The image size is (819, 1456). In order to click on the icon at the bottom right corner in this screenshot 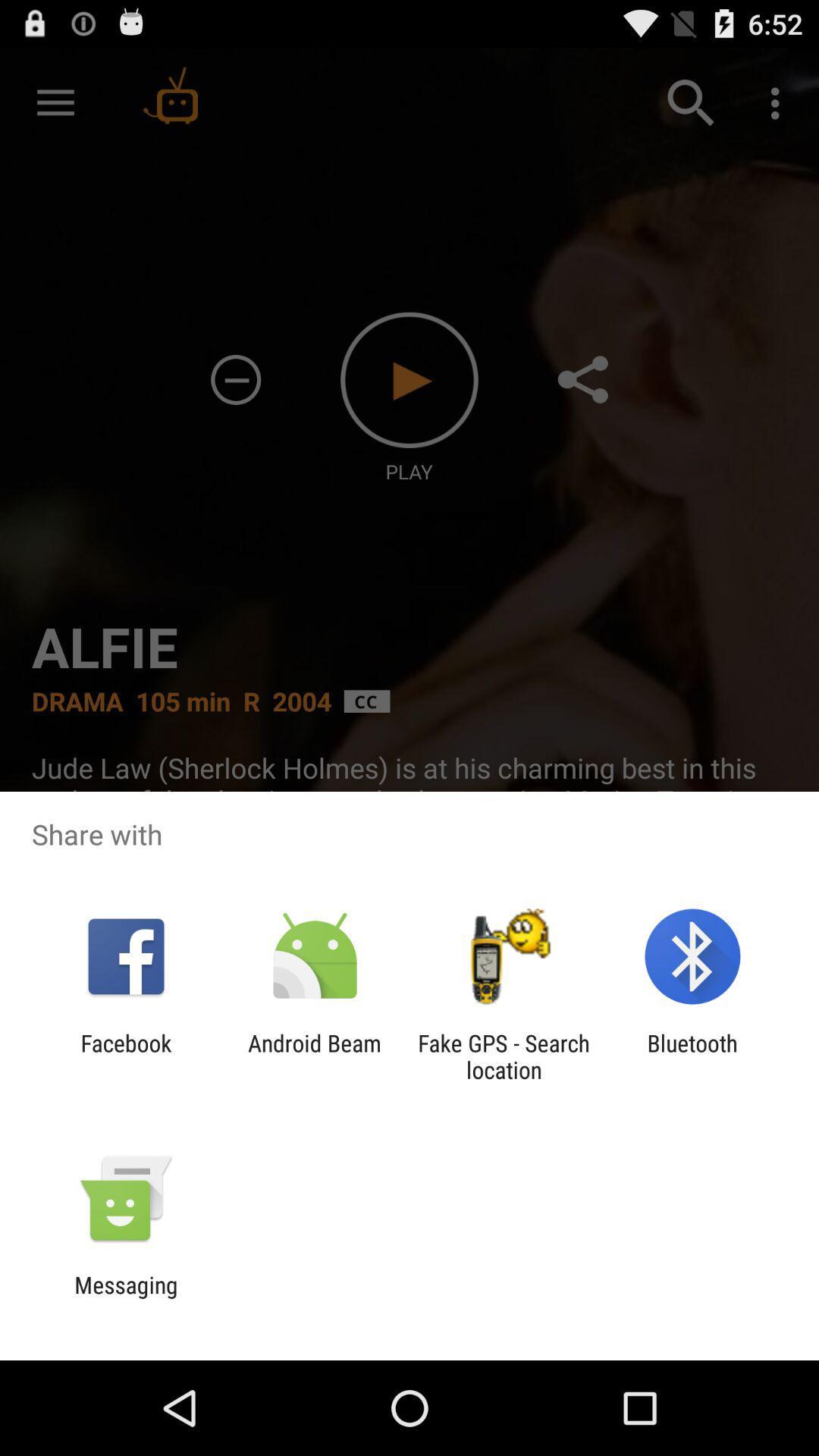, I will do `click(692, 1056)`.